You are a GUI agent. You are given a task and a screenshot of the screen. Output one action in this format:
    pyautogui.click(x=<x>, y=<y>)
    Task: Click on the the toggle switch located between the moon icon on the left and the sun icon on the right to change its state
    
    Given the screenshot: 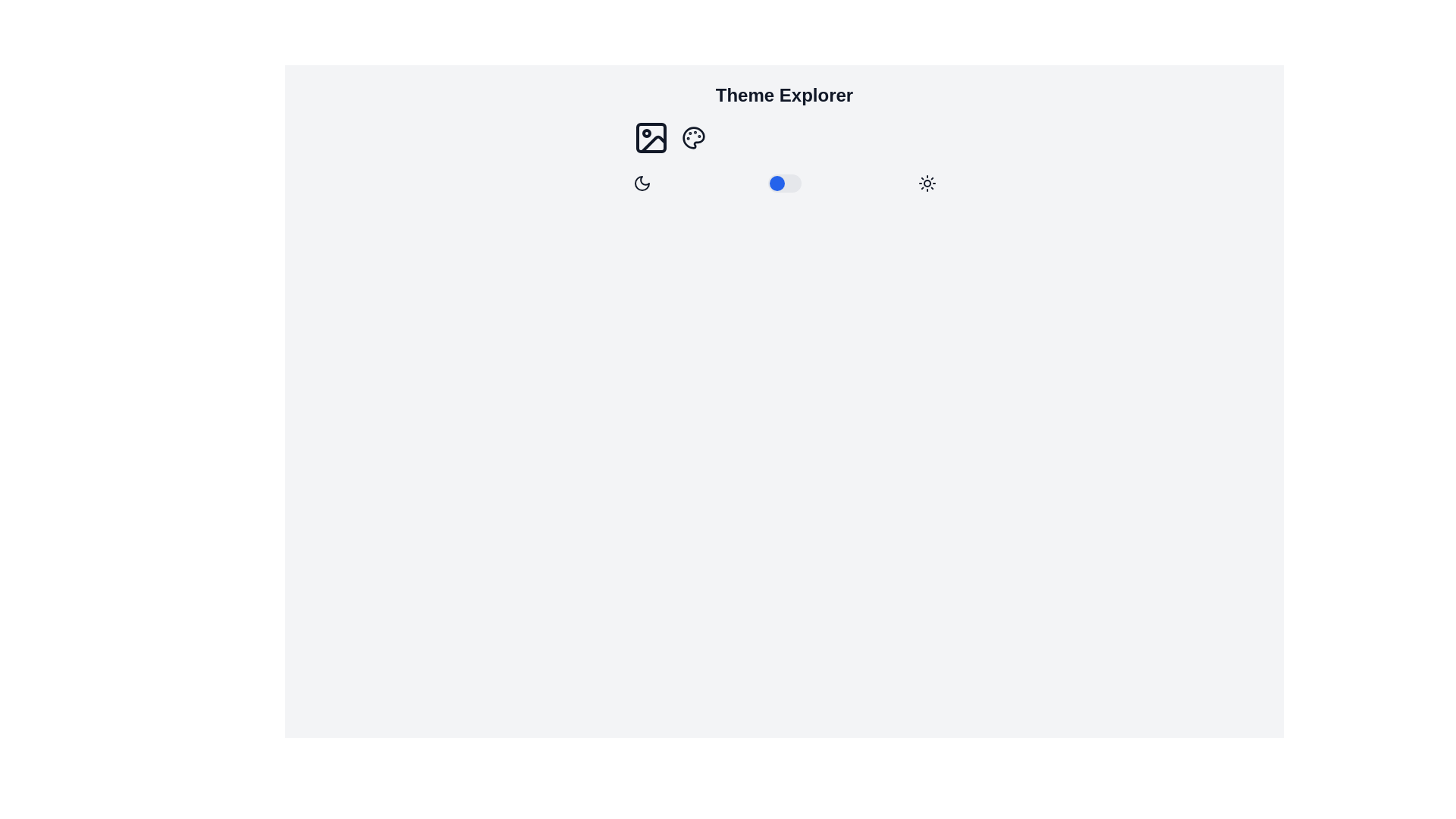 What is the action you would take?
    pyautogui.click(x=784, y=183)
    